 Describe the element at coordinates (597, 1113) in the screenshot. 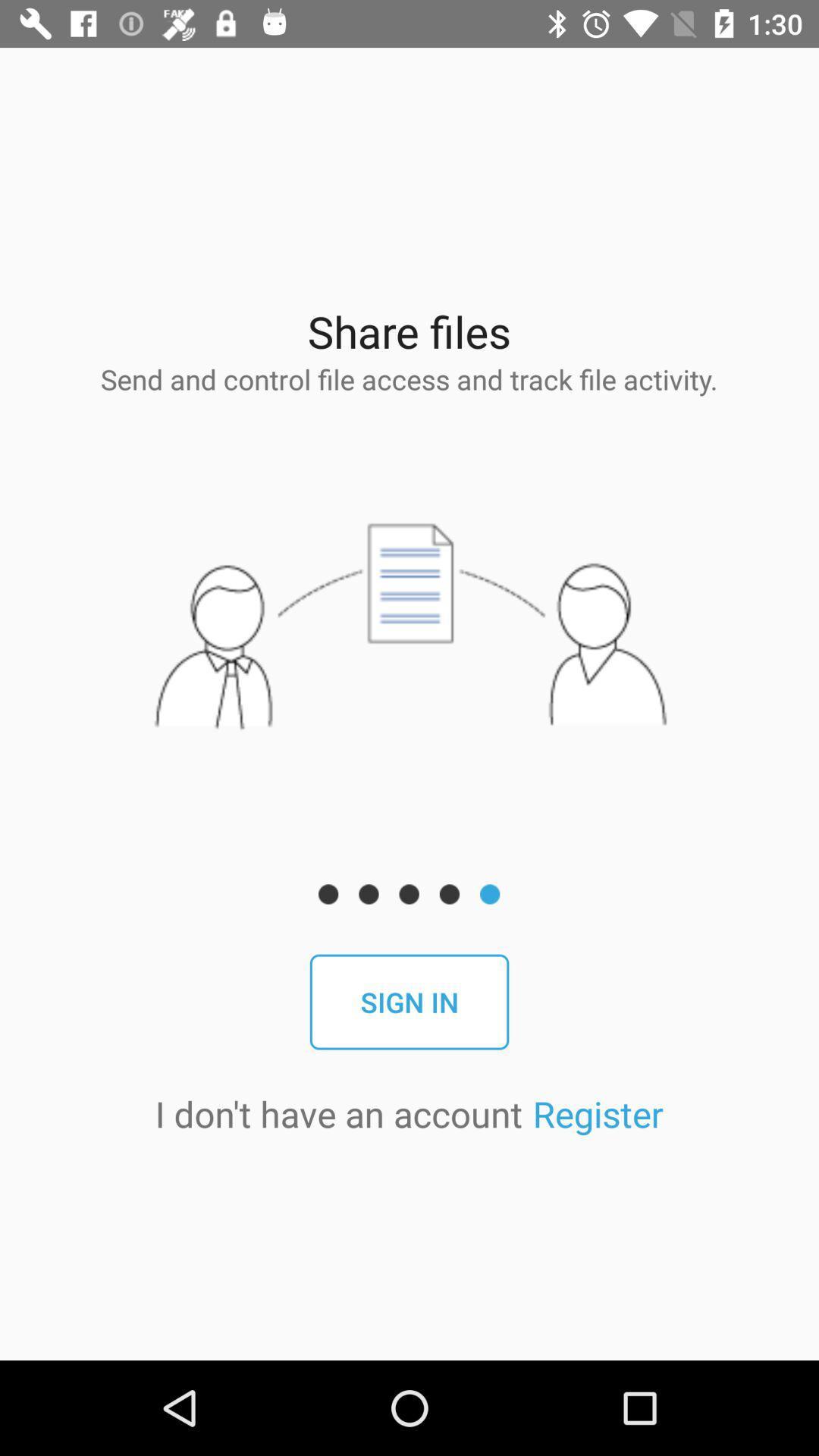

I see `the app at the bottom right corner` at that location.